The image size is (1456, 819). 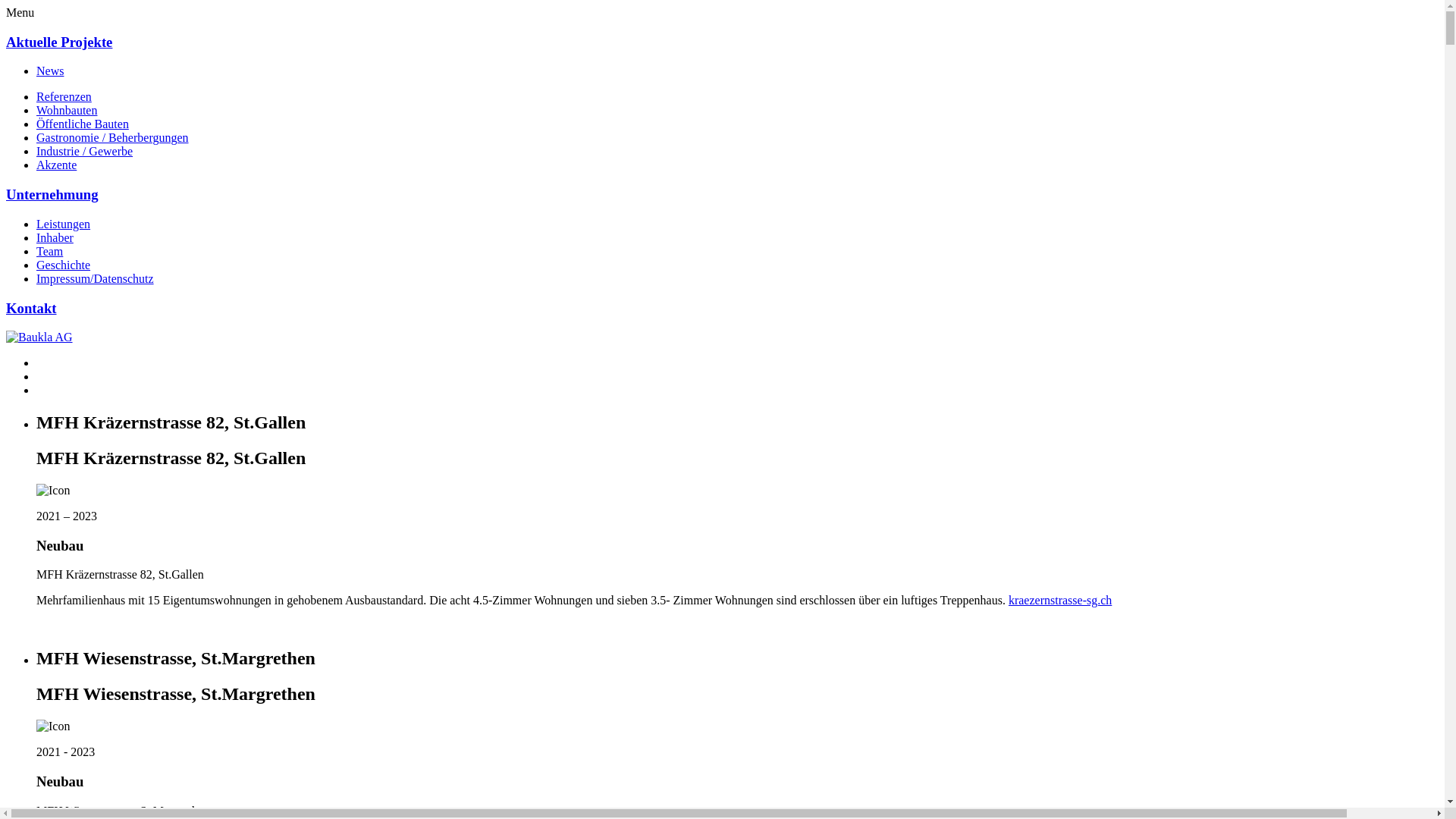 I want to click on 'Referenzen', so click(x=63, y=96).